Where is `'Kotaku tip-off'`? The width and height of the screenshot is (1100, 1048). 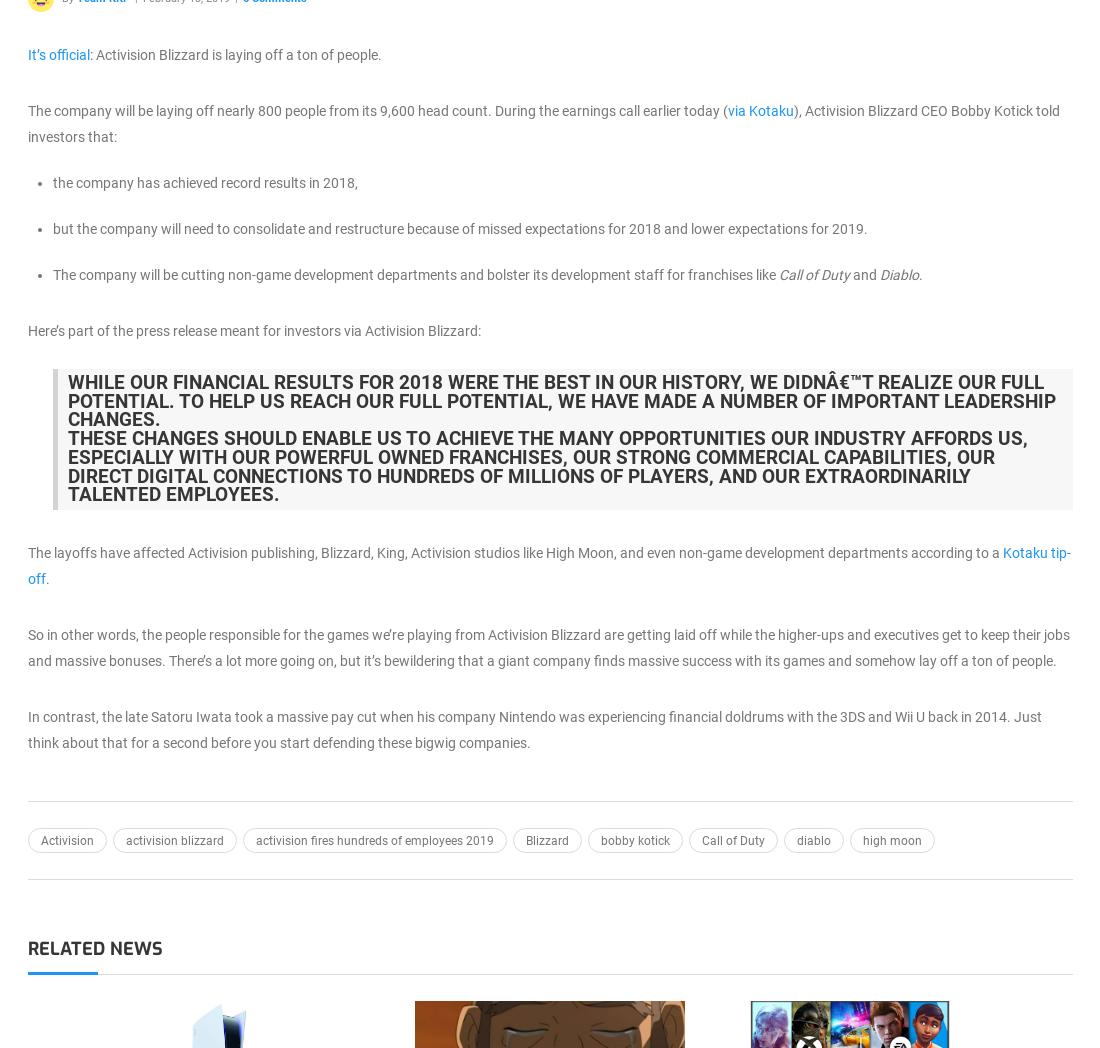 'Kotaku tip-off' is located at coordinates (548, 565).